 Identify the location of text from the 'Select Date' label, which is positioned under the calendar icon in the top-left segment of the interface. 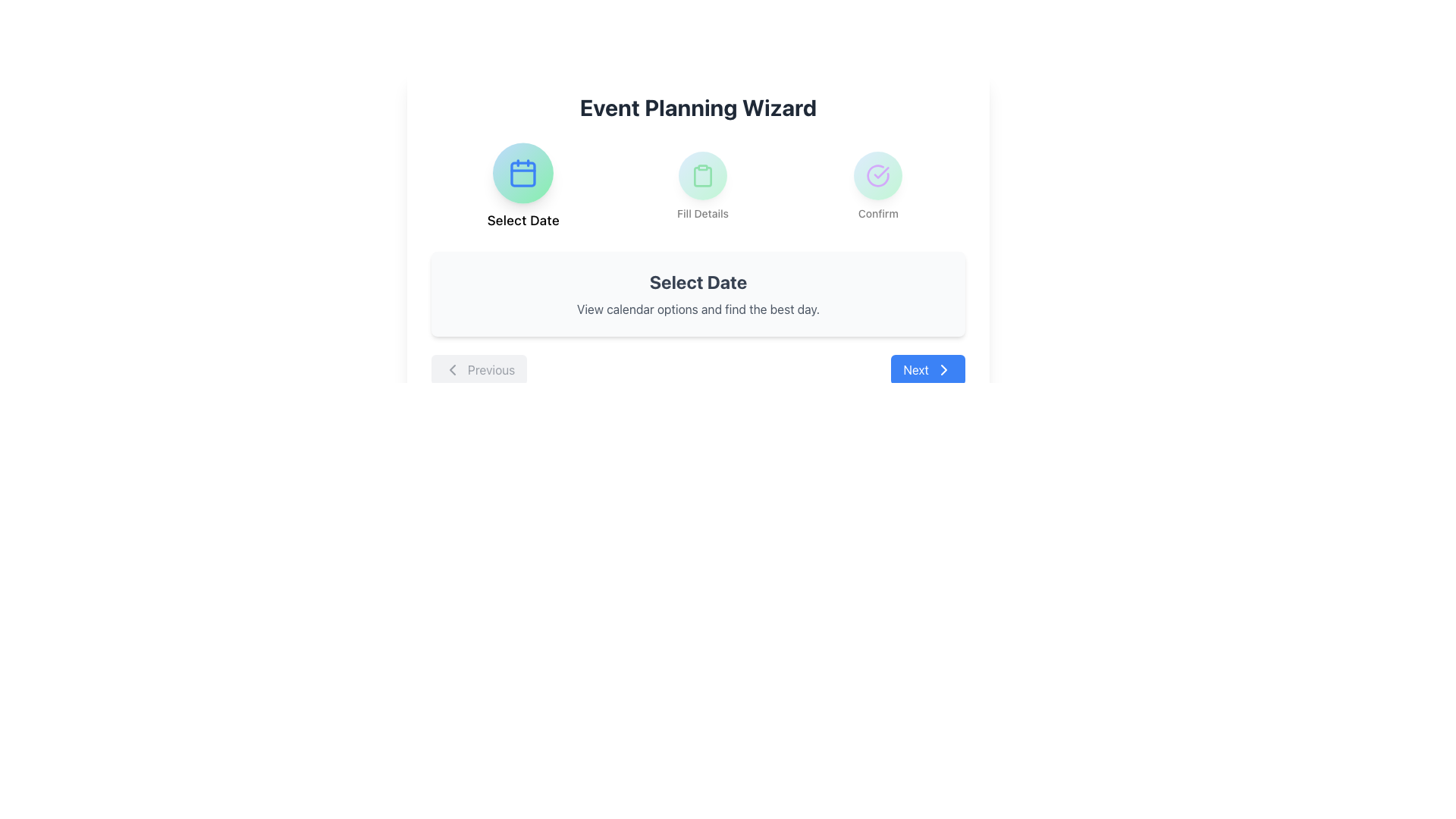
(522, 220).